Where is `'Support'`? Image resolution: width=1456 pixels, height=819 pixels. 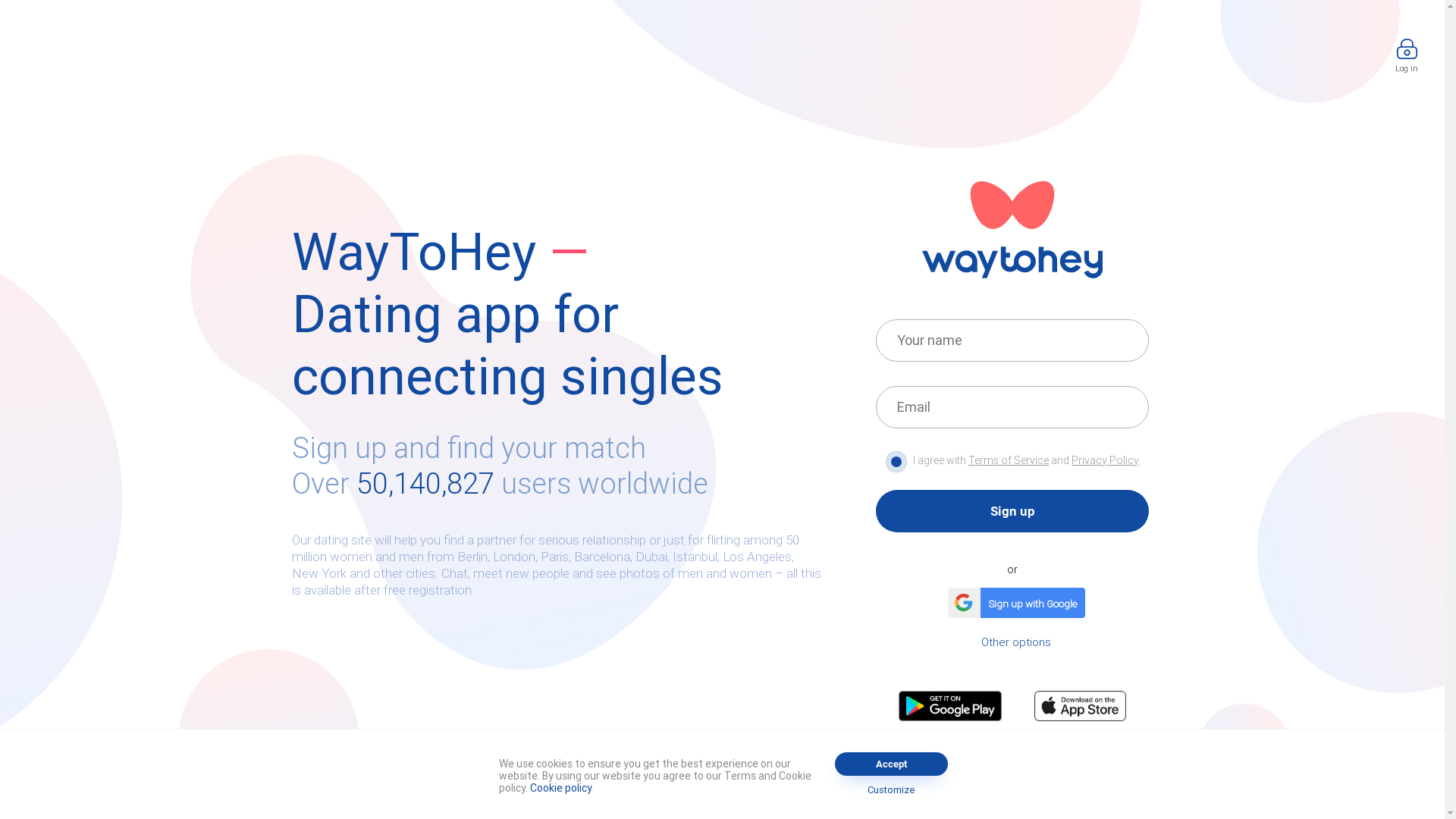 'Support' is located at coordinates (710, 773).